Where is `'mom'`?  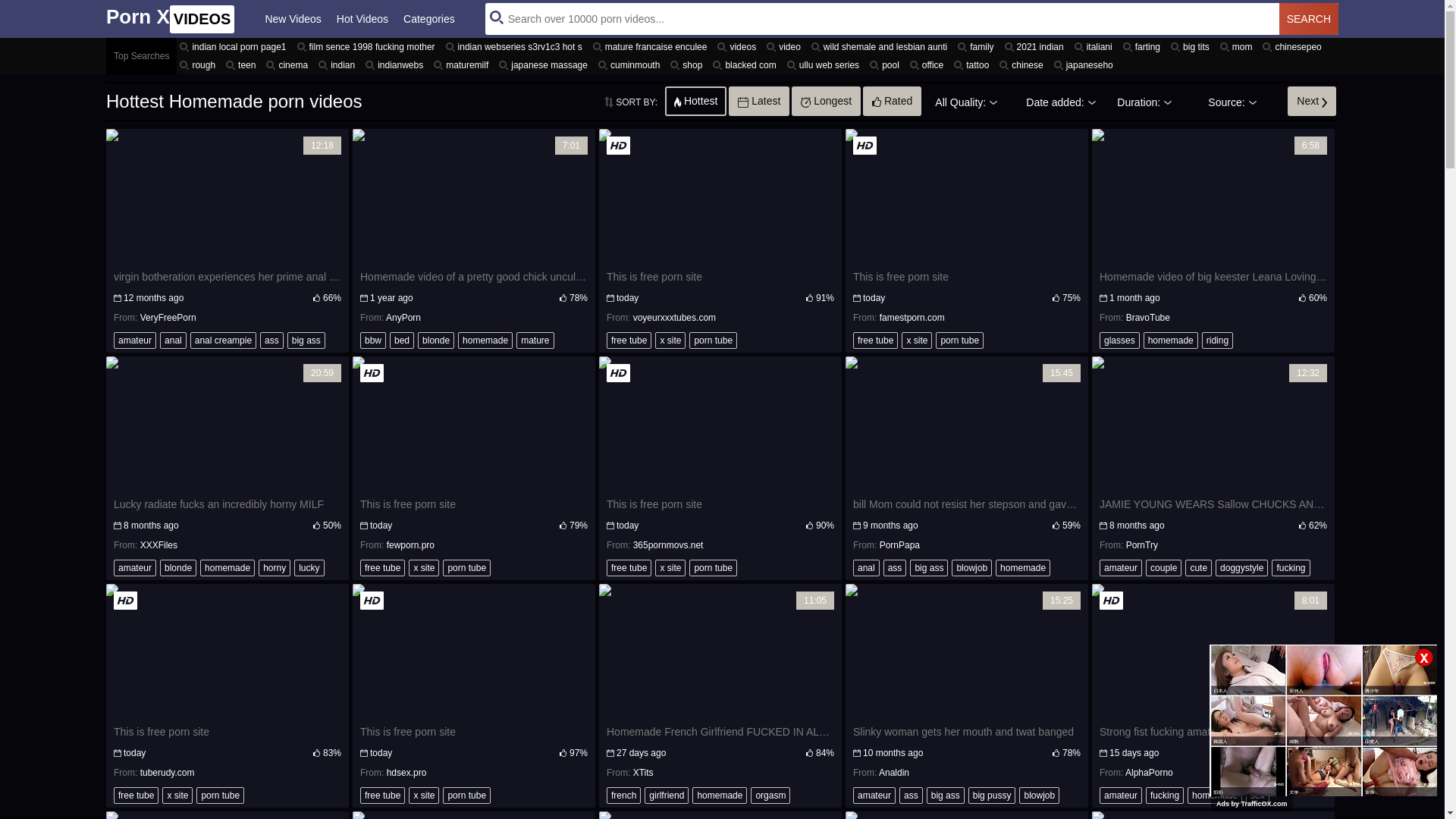 'mom' is located at coordinates (1238, 45).